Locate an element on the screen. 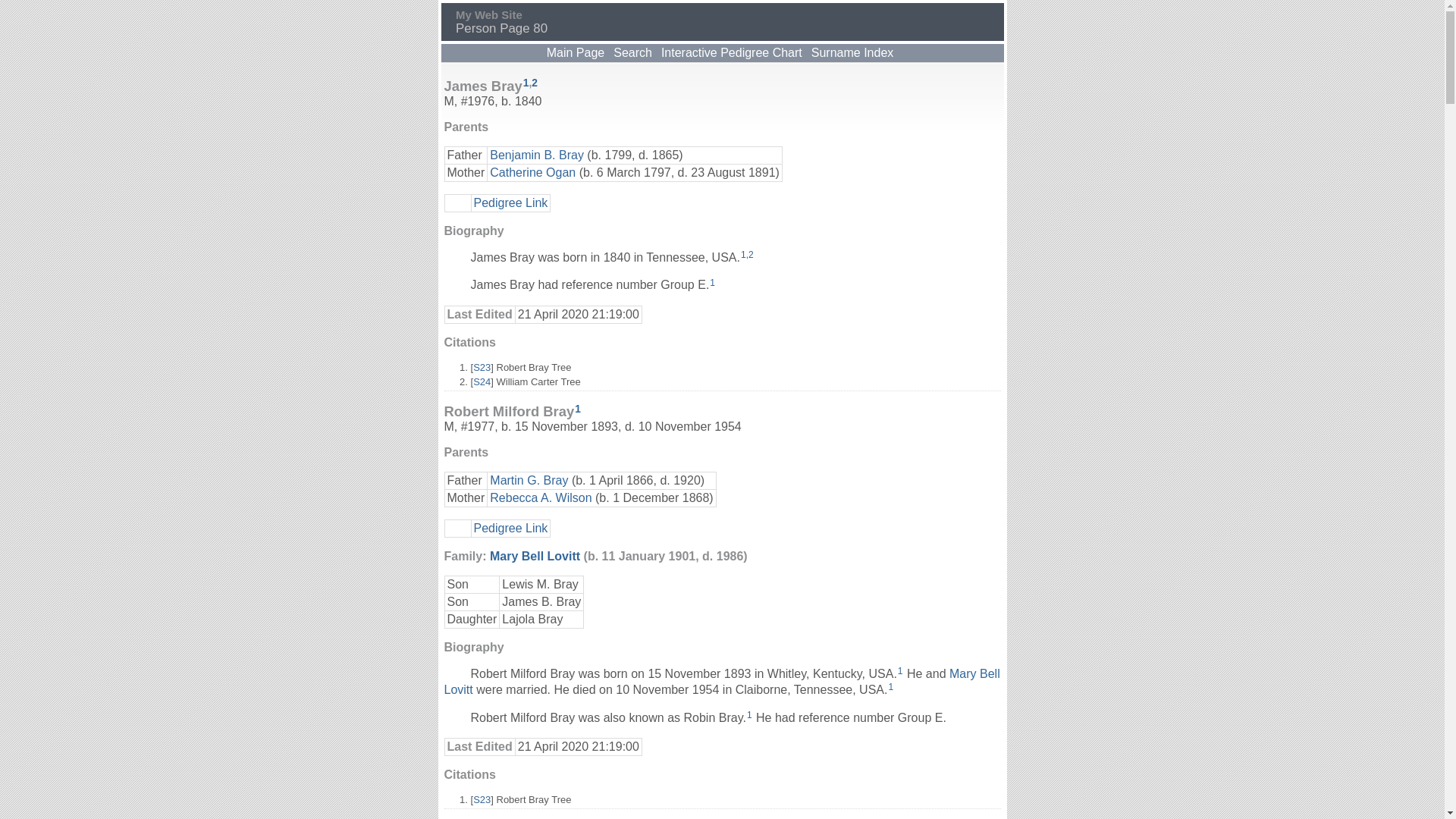  'Martin G. Bray' is located at coordinates (529, 480).